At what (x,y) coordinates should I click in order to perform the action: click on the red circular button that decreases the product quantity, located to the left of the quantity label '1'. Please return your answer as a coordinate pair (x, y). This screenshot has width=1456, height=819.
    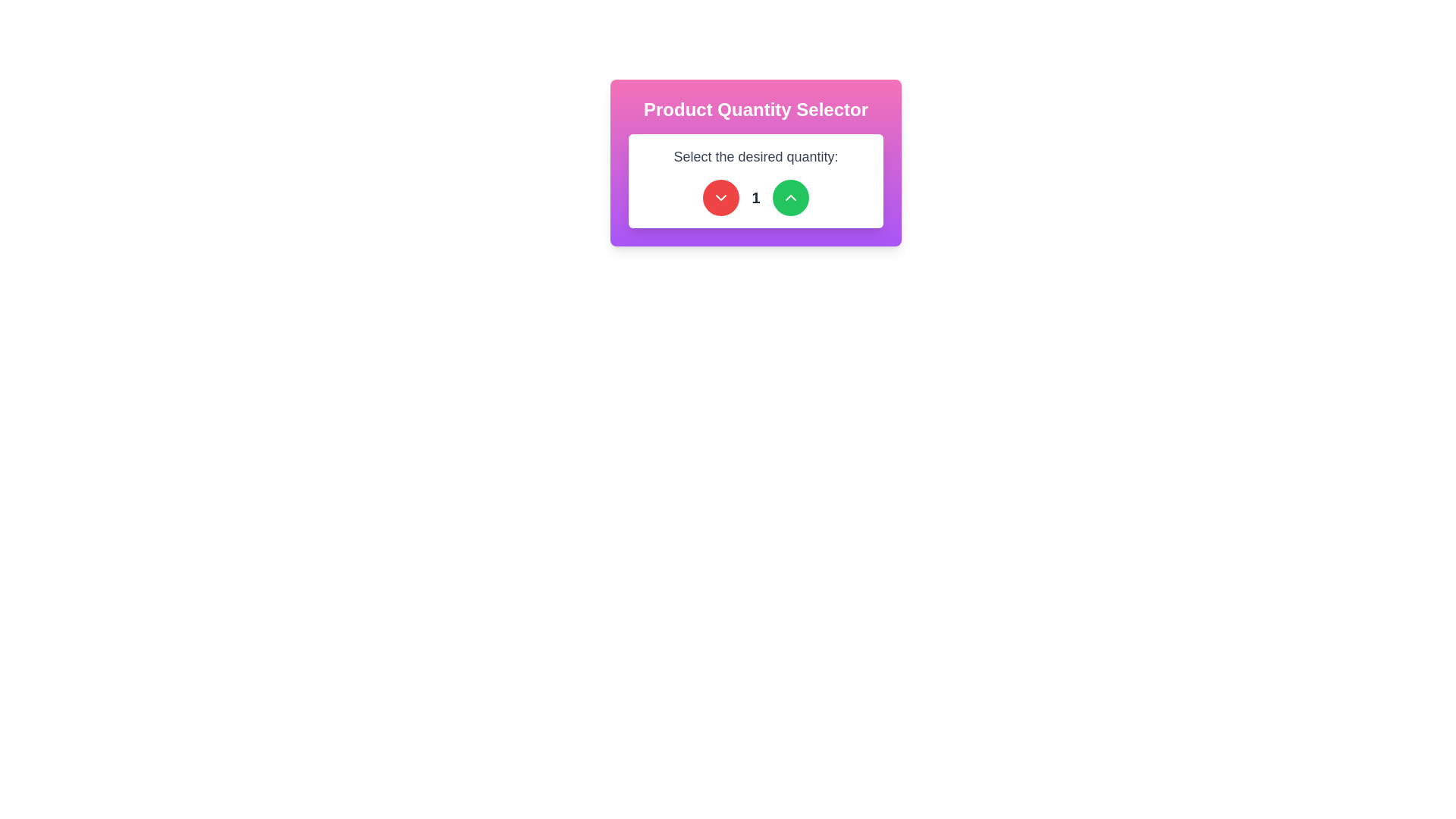
    Looking at the image, I should click on (720, 197).